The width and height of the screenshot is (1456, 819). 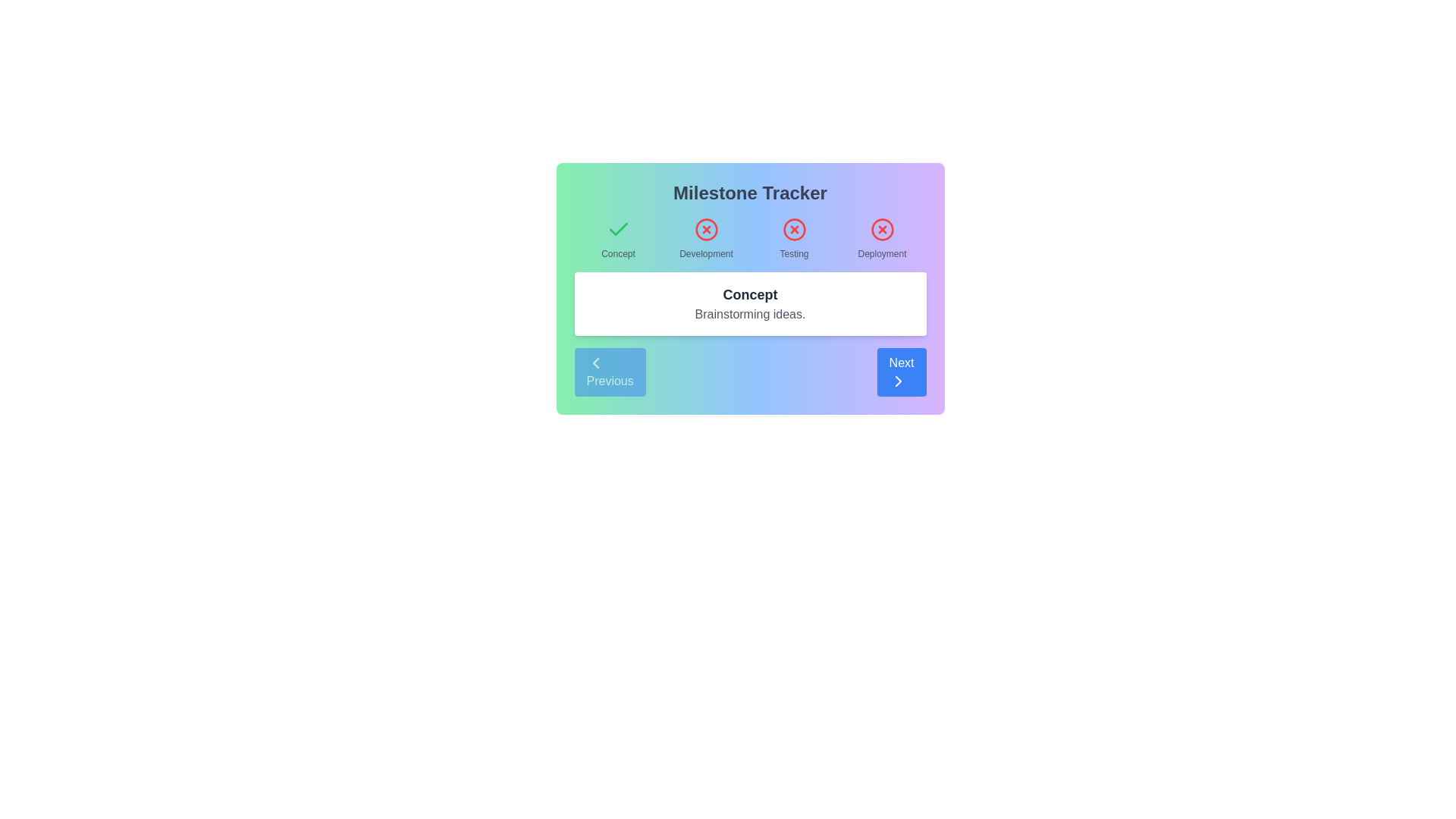 What do you see at coordinates (618, 253) in the screenshot?
I see `text content of the label stating 'Concept', which is positioned below a green checkmark icon in the milestone tracker interface` at bounding box center [618, 253].